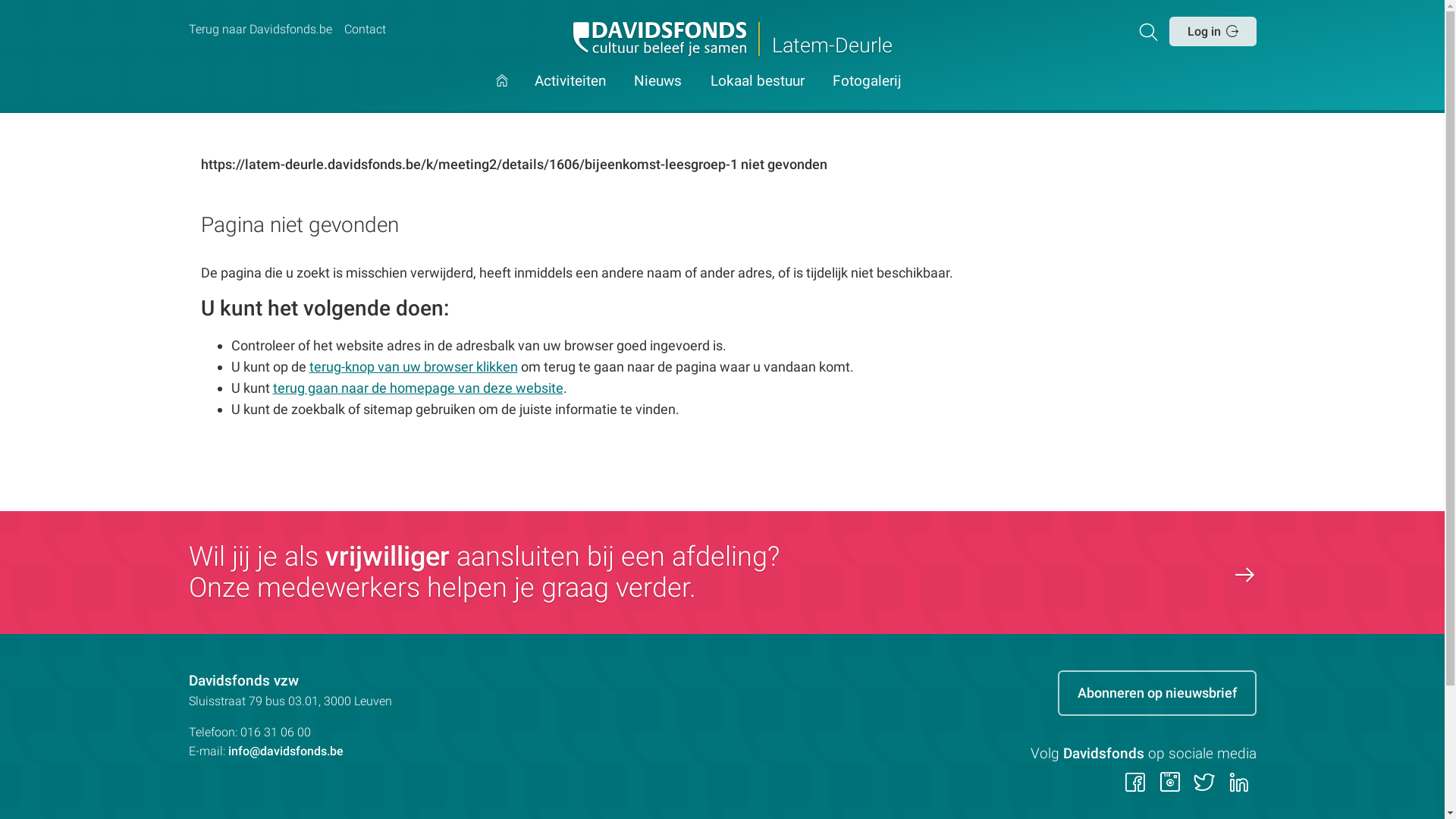 Image resolution: width=1456 pixels, height=819 pixels. What do you see at coordinates (365, 30) in the screenshot?
I see `'Contact'` at bounding box center [365, 30].